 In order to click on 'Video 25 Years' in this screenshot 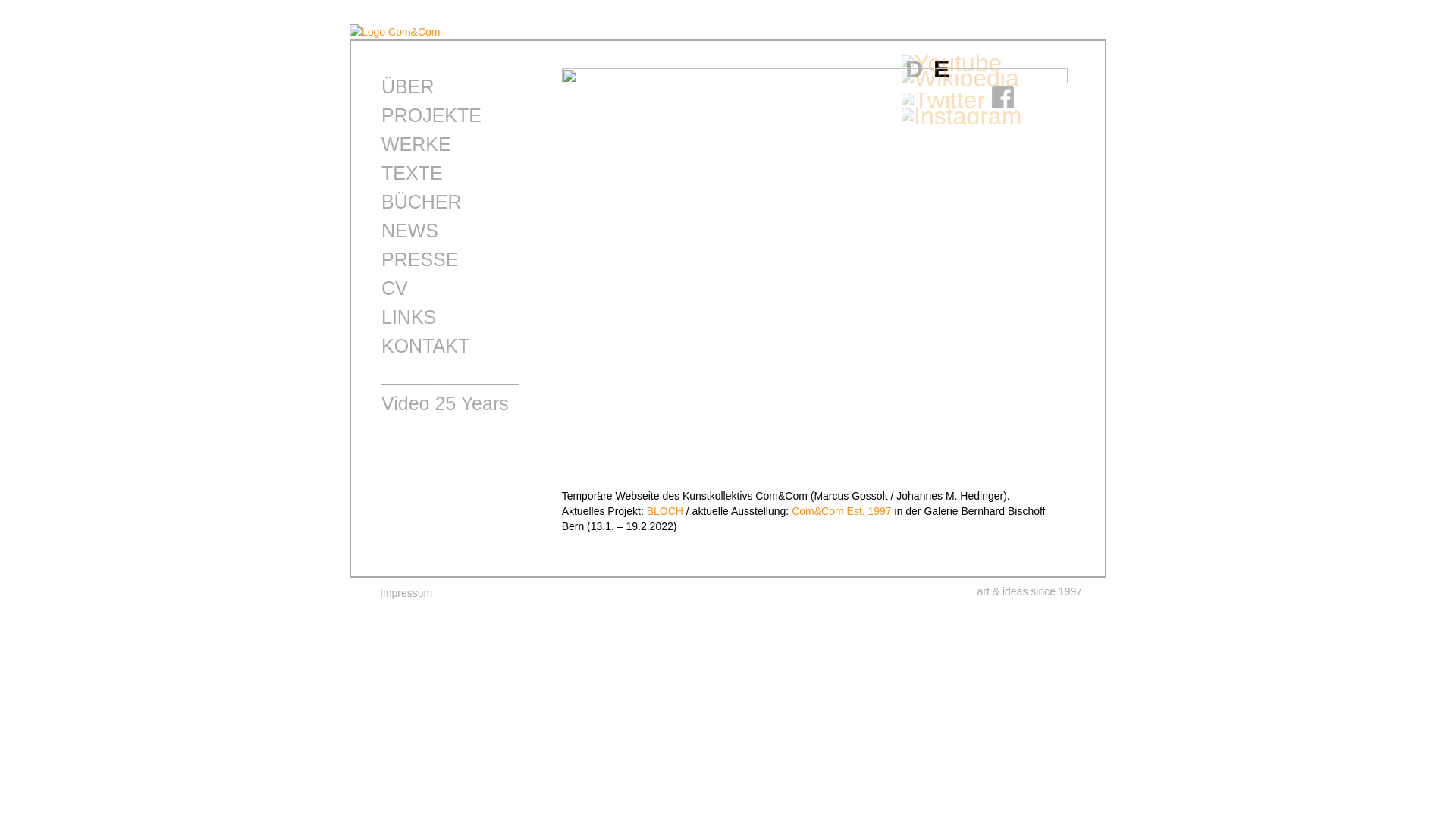, I will do `click(444, 403)`.